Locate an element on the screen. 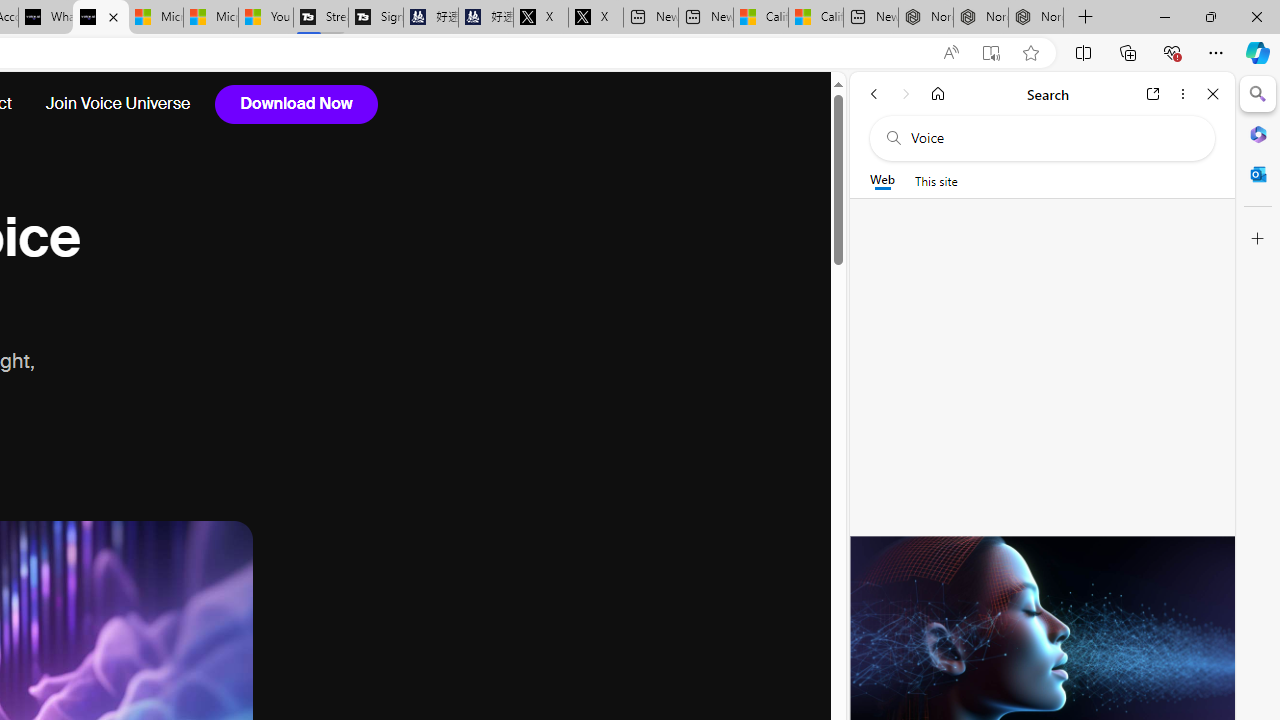  'Read aloud this page (Ctrl+Shift+U)' is located at coordinates (950, 52).